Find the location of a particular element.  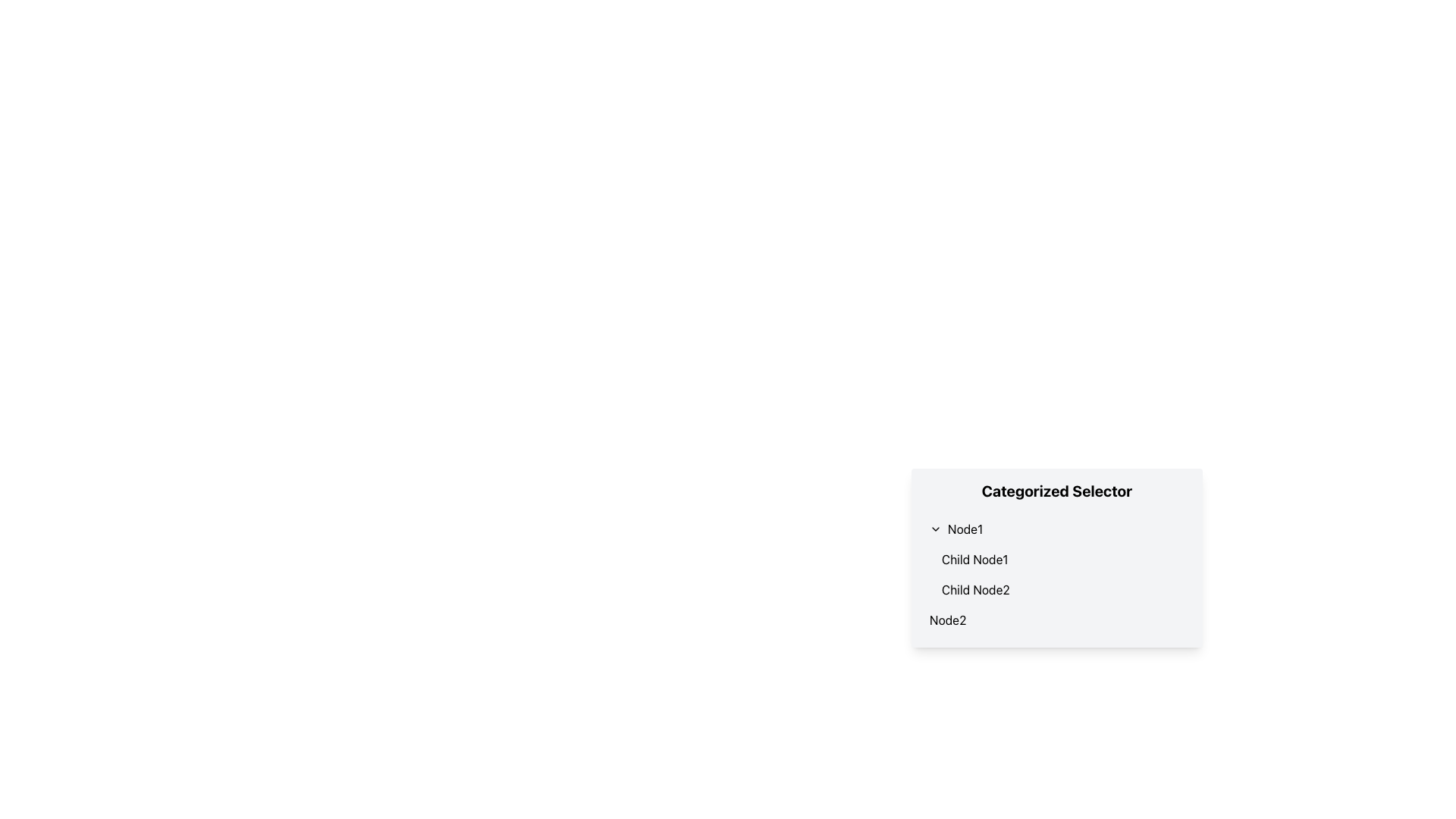

'Node2' from the Collapsible Hierarchical Menu located at the bottom right section of the interface by clicking on it is located at coordinates (1060, 625).